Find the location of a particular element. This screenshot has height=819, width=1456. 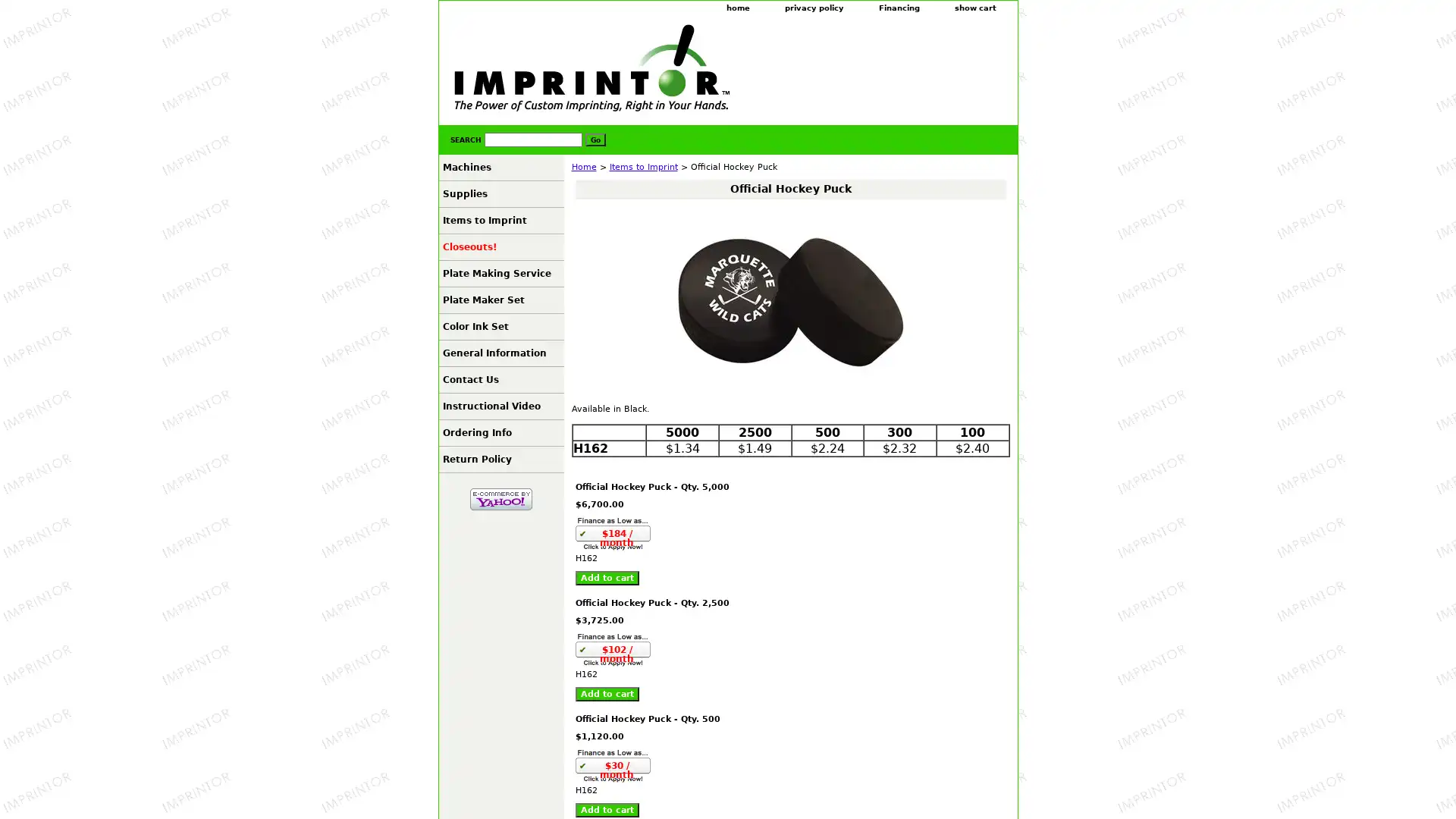

Add to cart is located at coordinates (607, 578).